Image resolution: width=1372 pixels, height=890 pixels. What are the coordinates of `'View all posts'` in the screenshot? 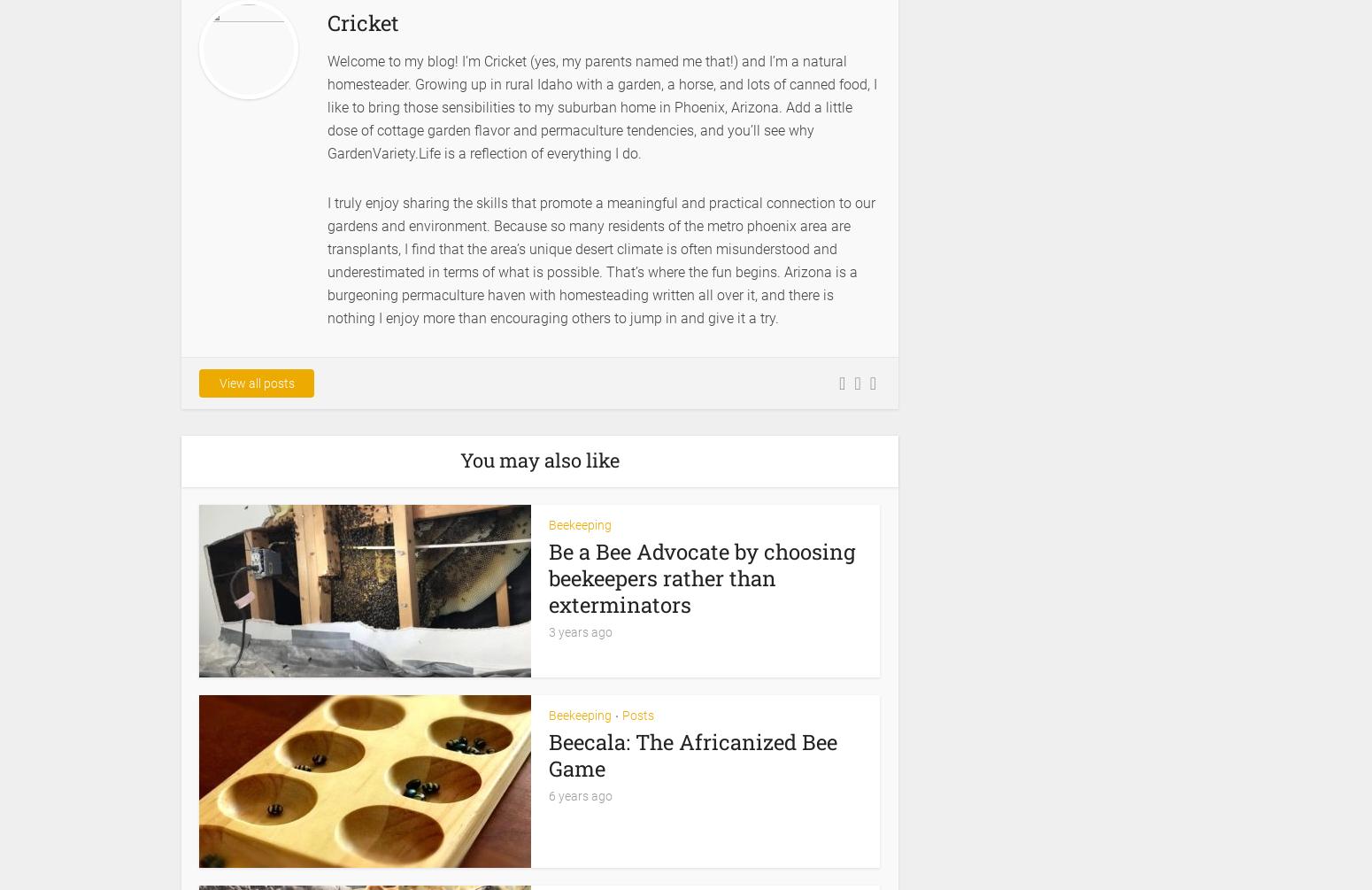 It's located at (256, 383).